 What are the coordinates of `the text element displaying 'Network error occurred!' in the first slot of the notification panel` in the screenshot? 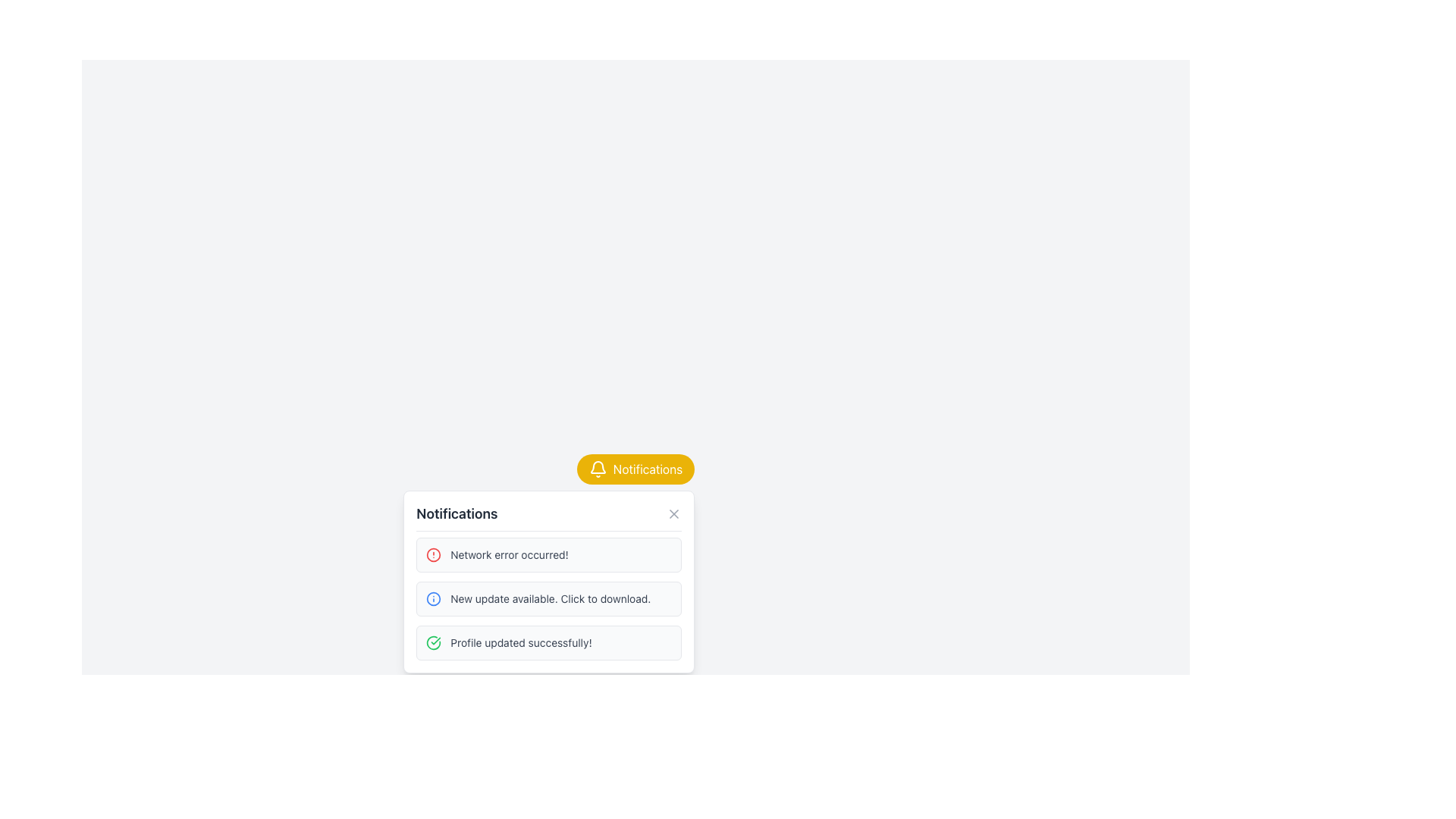 It's located at (510, 555).